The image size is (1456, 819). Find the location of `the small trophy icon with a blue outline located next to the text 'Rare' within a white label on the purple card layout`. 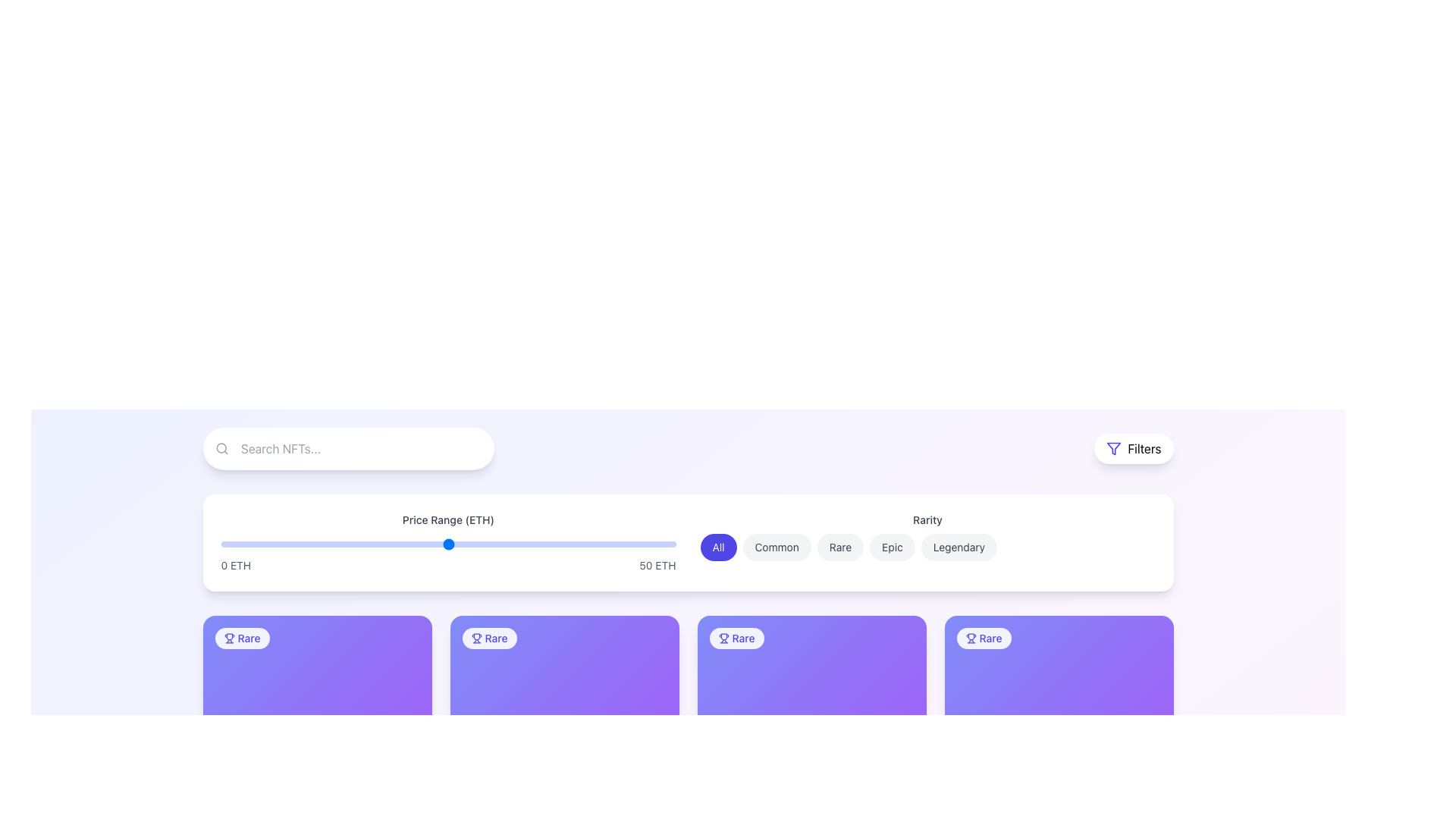

the small trophy icon with a blue outline located next to the text 'Rare' within a white label on the purple card layout is located at coordinates (228, 638).